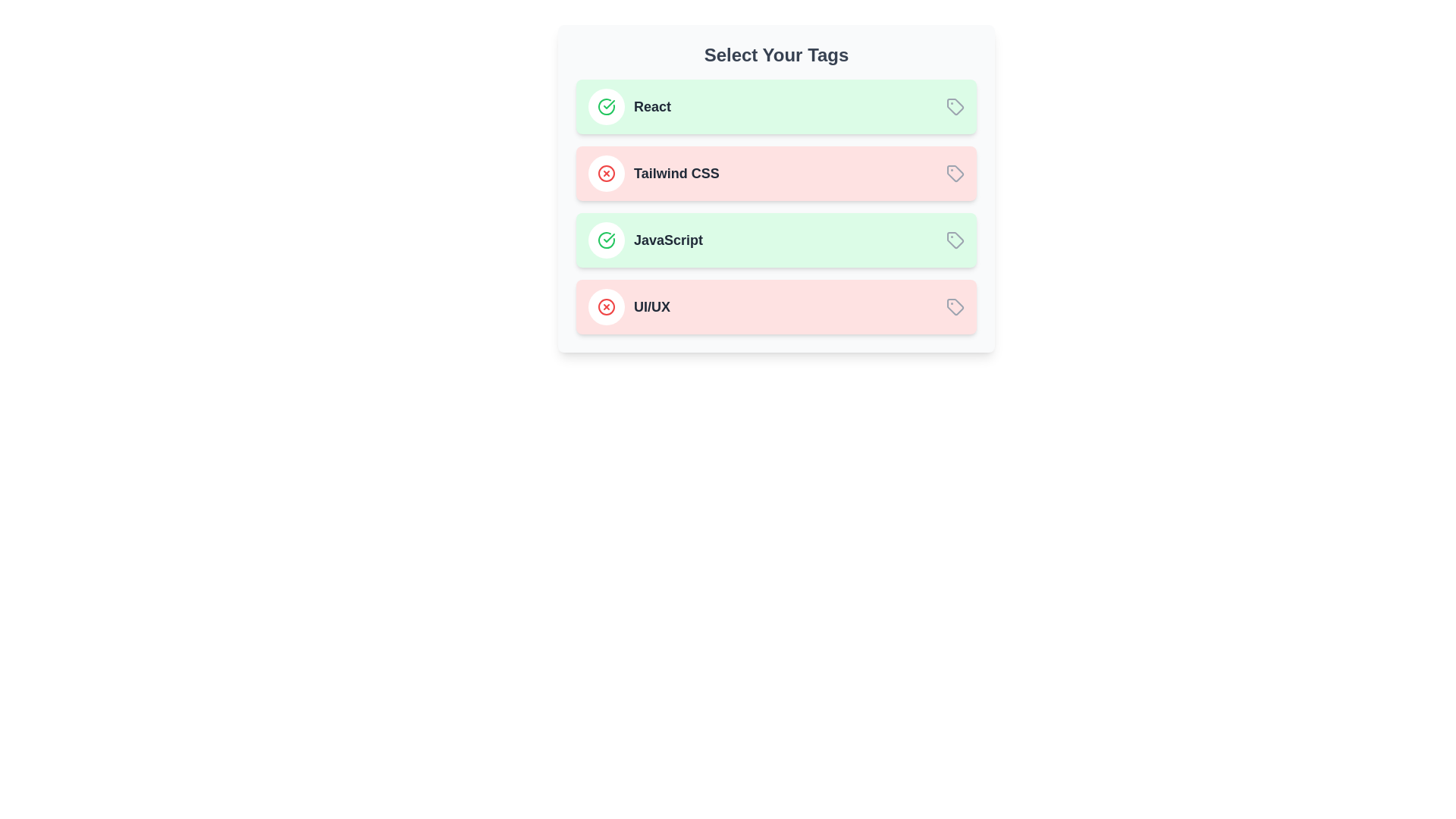  What do you see at coordinates (645, 239) in the screenshot?
I see `the 'JavaScript' tag option in the tagging interface to navigate` at bounding box center [645, 239].